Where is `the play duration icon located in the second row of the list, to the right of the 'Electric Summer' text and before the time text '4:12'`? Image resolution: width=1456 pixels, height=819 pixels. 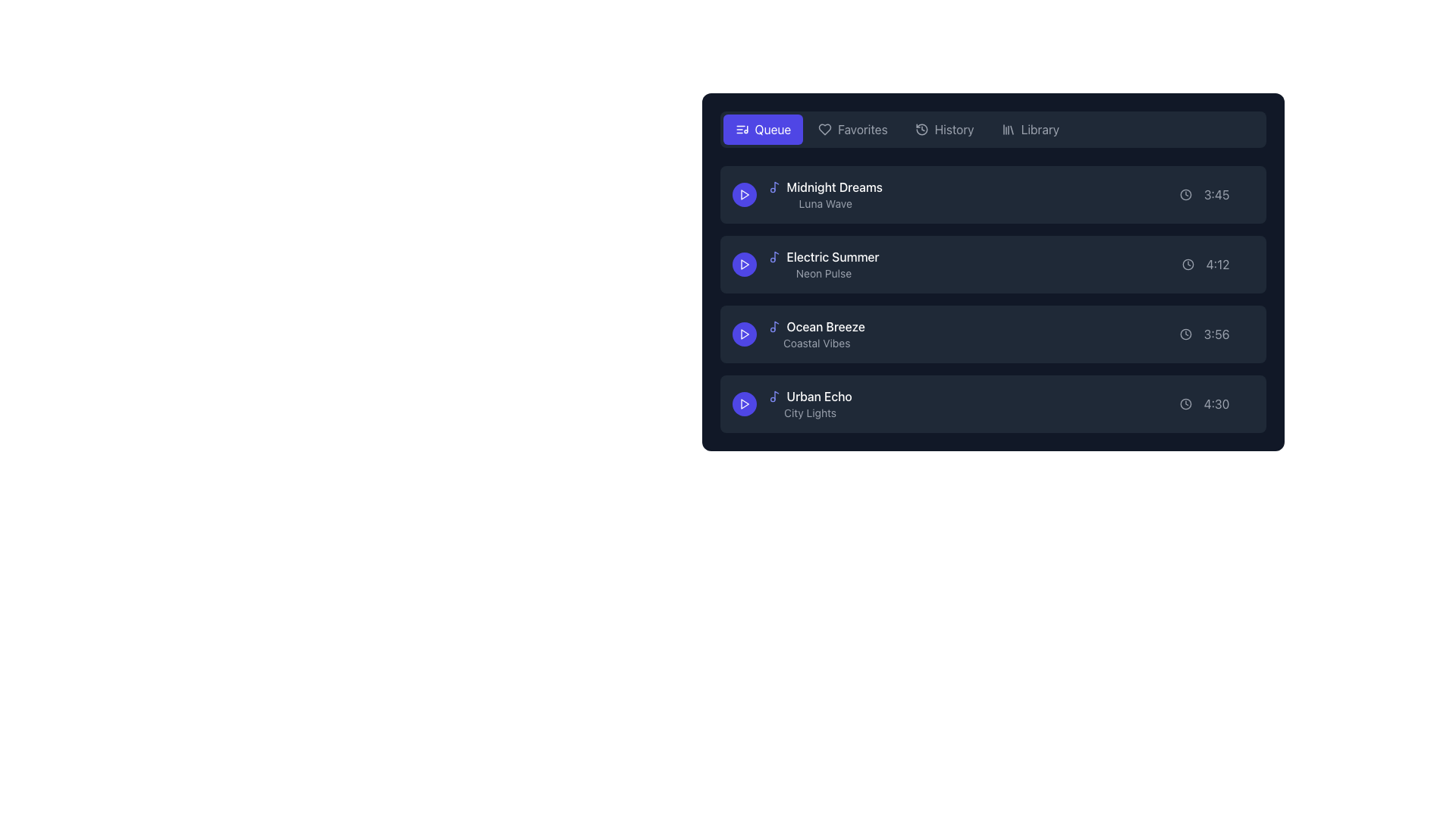
the play duration icon located in the second row of the list, to the right of the 'Electric Summer' text and before the time text '4:12' is located at coordinates (1187, 263).